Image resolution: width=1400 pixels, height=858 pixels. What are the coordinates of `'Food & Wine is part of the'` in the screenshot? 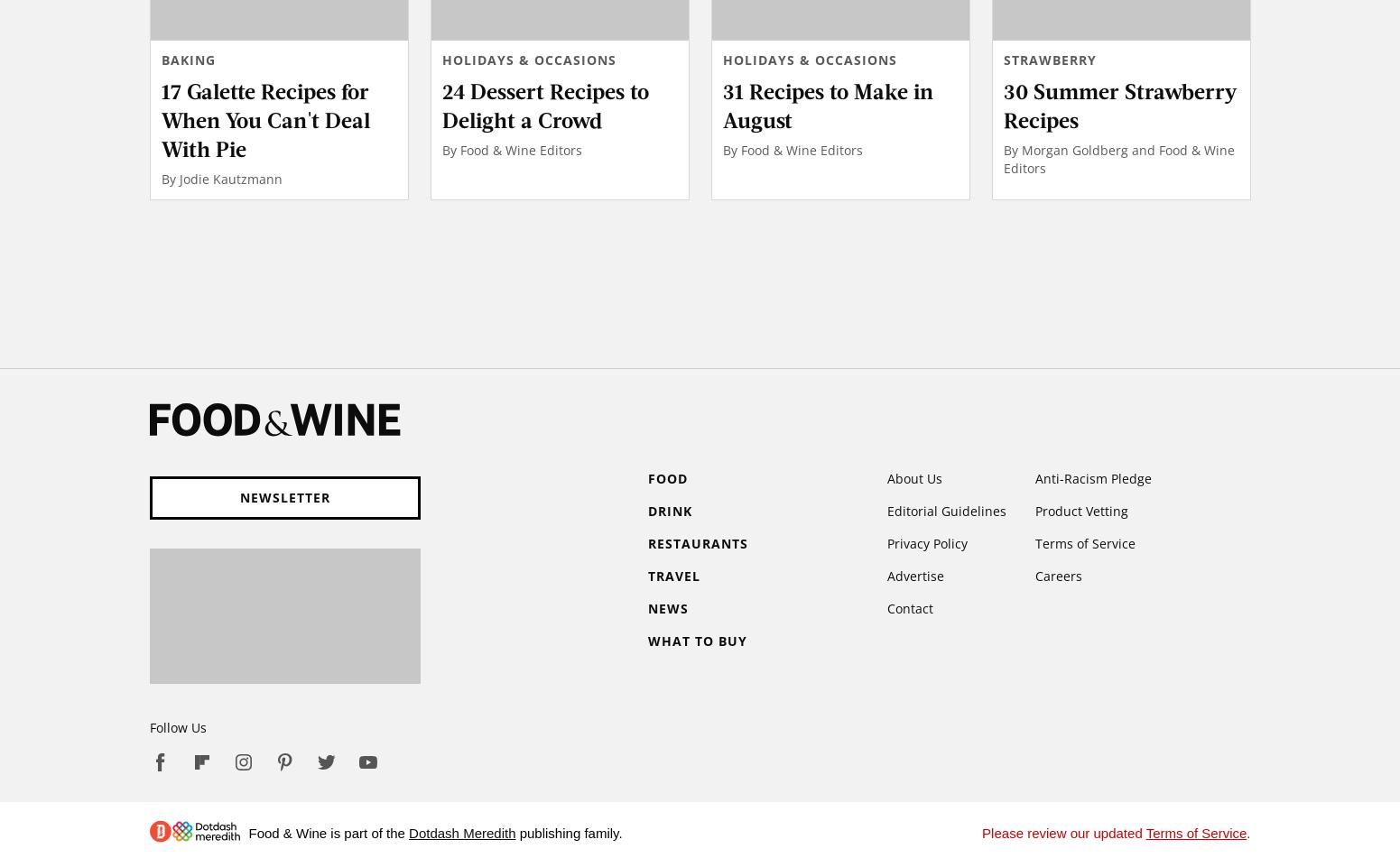 It's located at (329, 832).